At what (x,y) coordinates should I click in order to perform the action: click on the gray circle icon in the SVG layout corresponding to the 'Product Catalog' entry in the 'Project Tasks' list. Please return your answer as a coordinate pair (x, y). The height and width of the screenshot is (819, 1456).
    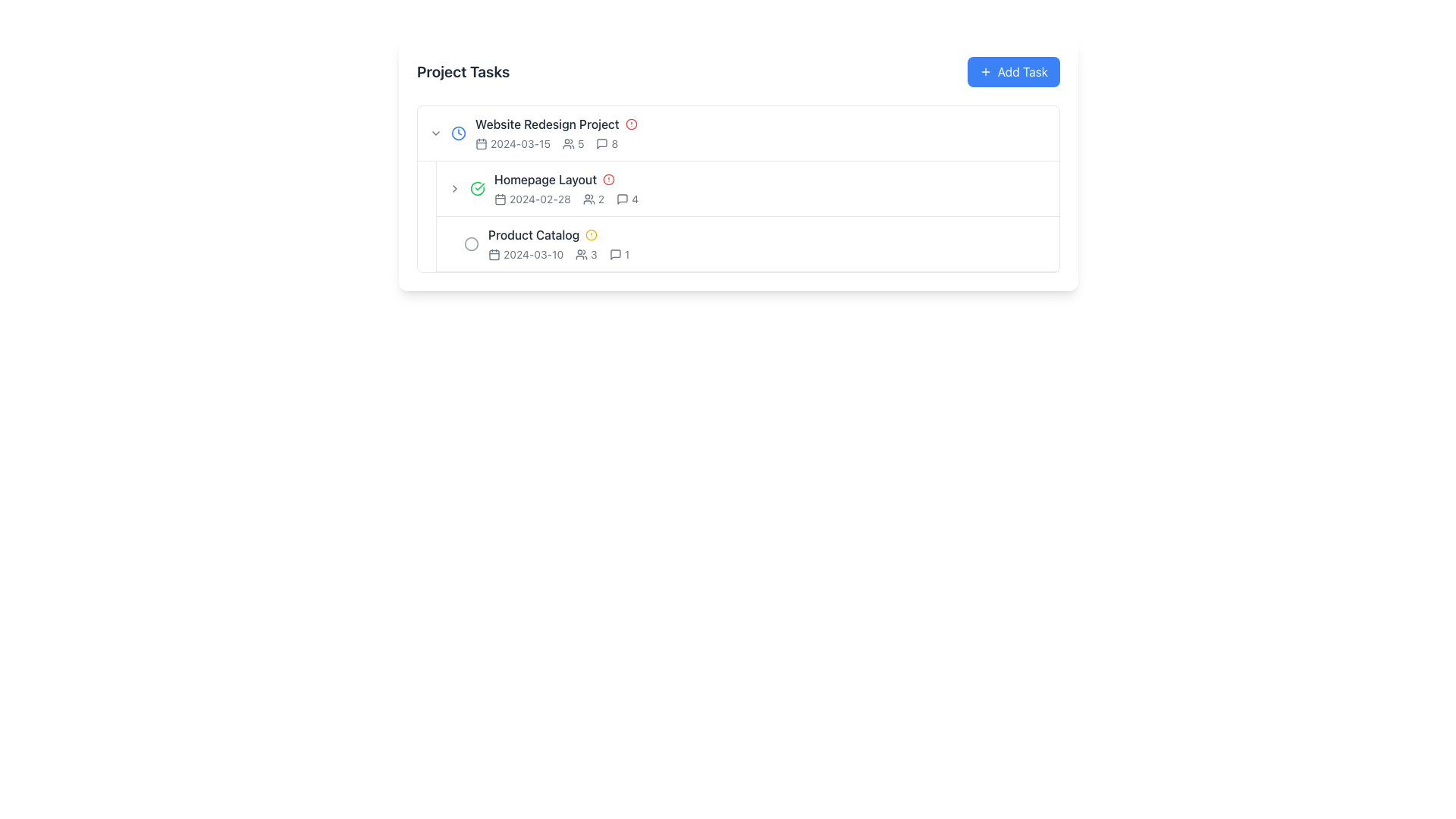
    Looking at the image, I should click on (471, 243).